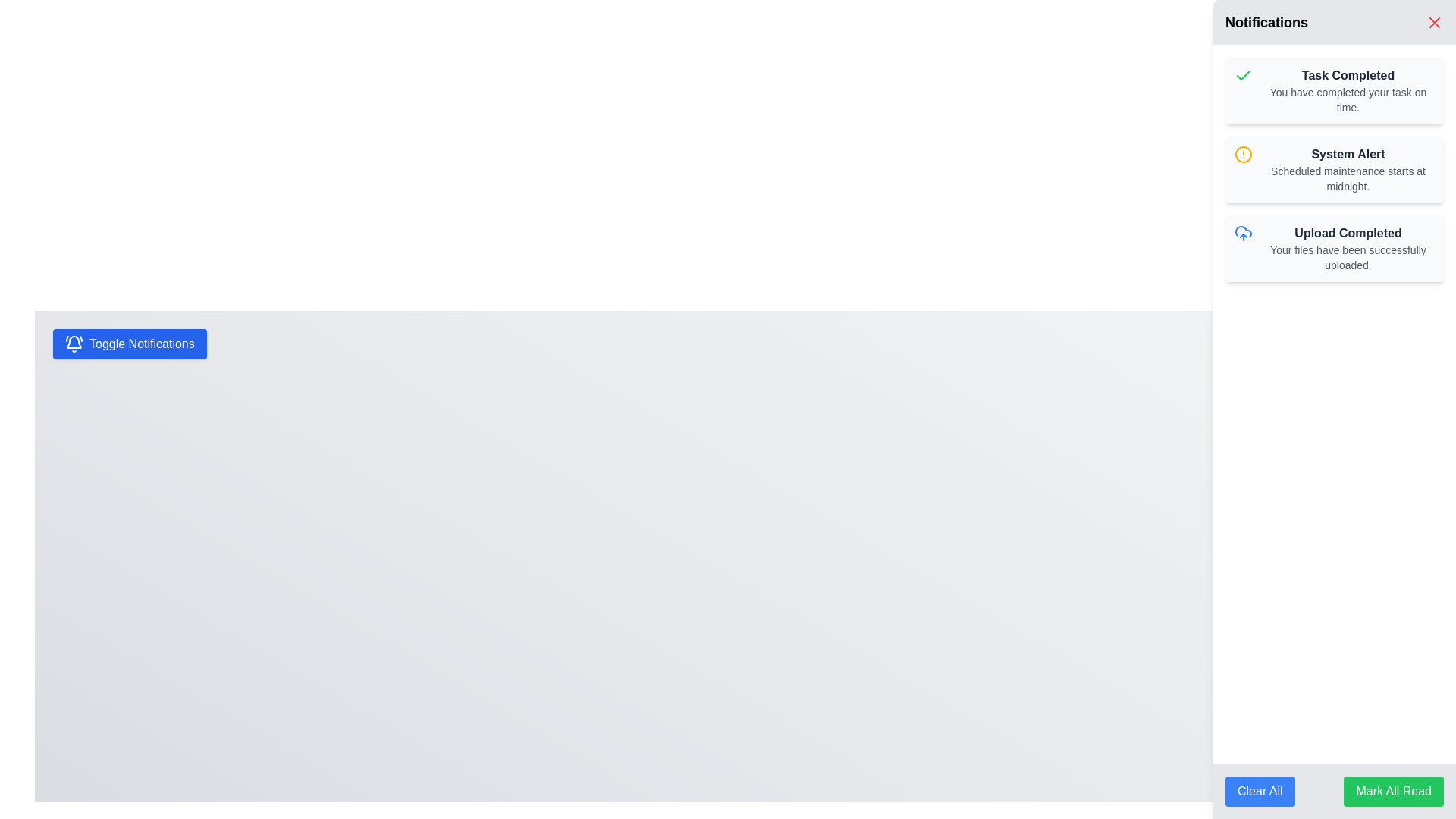 The height and width of the screenshot is (819, 1456). Describe the element at coordinates (1348, 90) in the screenshot. I see `the first notification entry in the Textual Notification Block at the top of the notification panel` at that location.